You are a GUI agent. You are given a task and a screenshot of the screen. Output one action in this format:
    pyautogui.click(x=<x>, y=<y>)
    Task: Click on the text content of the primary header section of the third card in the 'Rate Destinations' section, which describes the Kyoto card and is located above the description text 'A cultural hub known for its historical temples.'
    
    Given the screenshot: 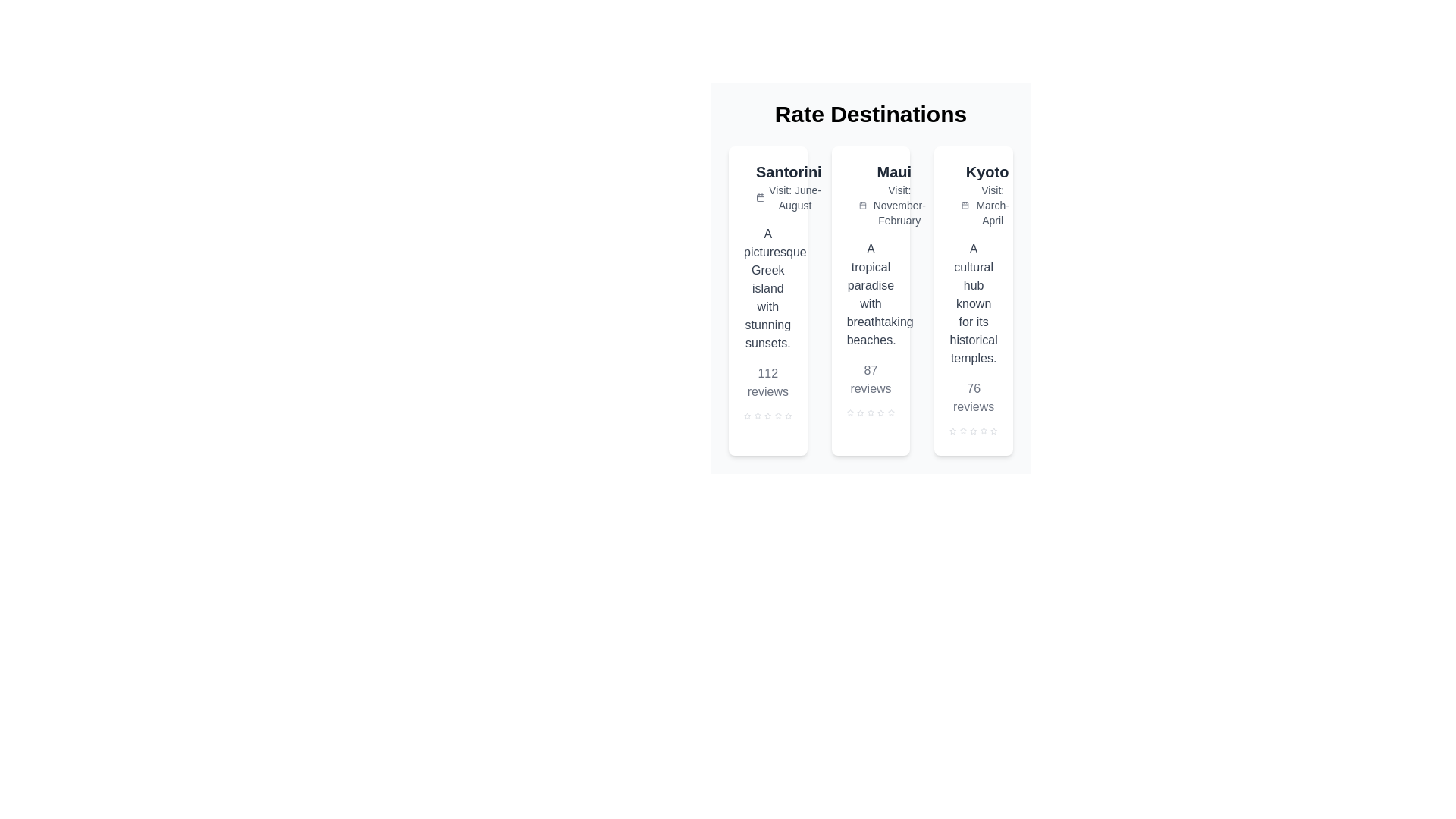 What is the action you would take?
    pyautogui.click(x=974, y=194)
    